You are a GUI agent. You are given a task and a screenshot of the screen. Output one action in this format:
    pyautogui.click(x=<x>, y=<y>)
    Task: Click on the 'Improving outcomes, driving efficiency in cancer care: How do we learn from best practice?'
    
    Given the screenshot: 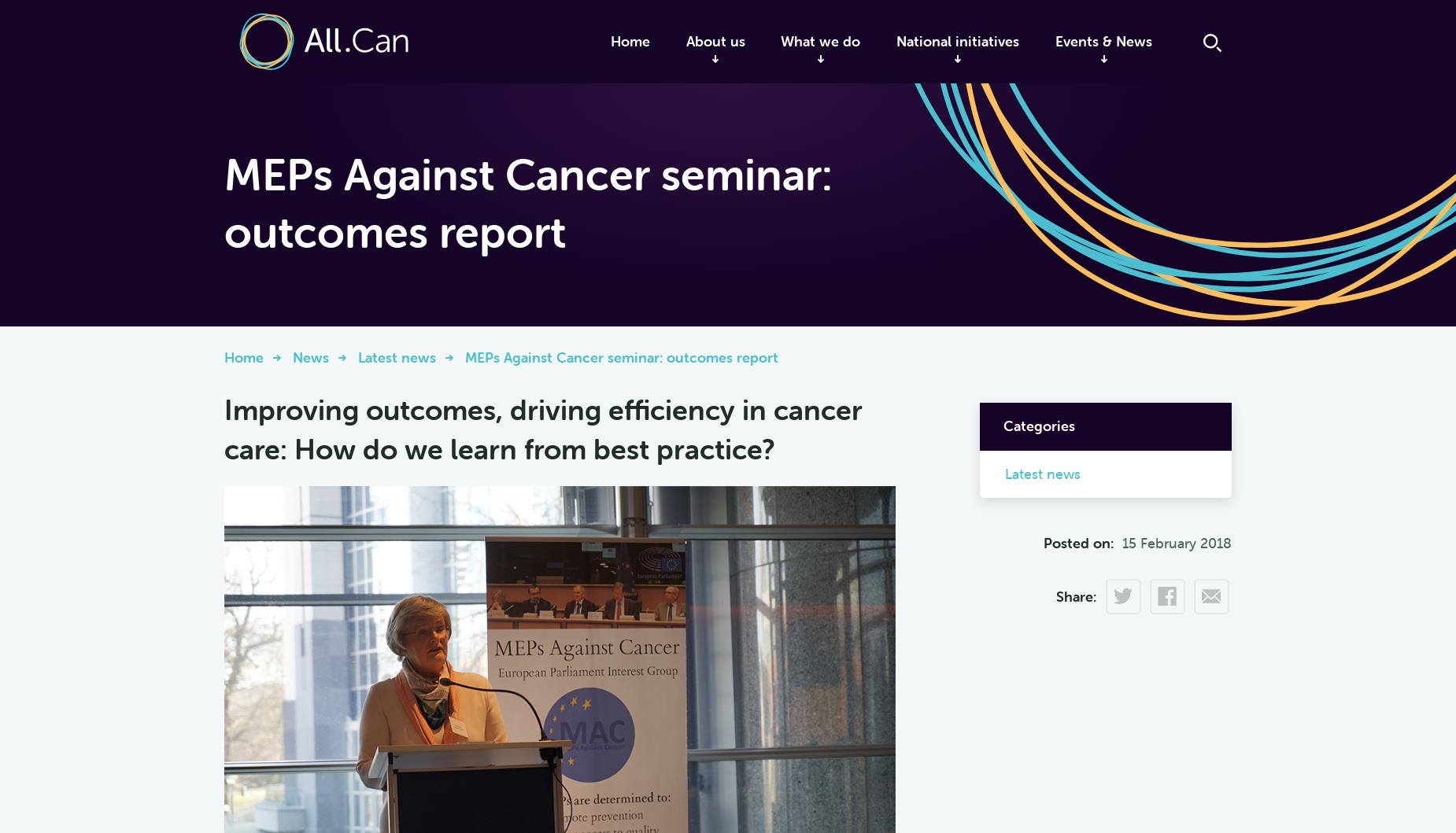 What is the action you would take?
    pyautogui.click(x=542, y=428)
    